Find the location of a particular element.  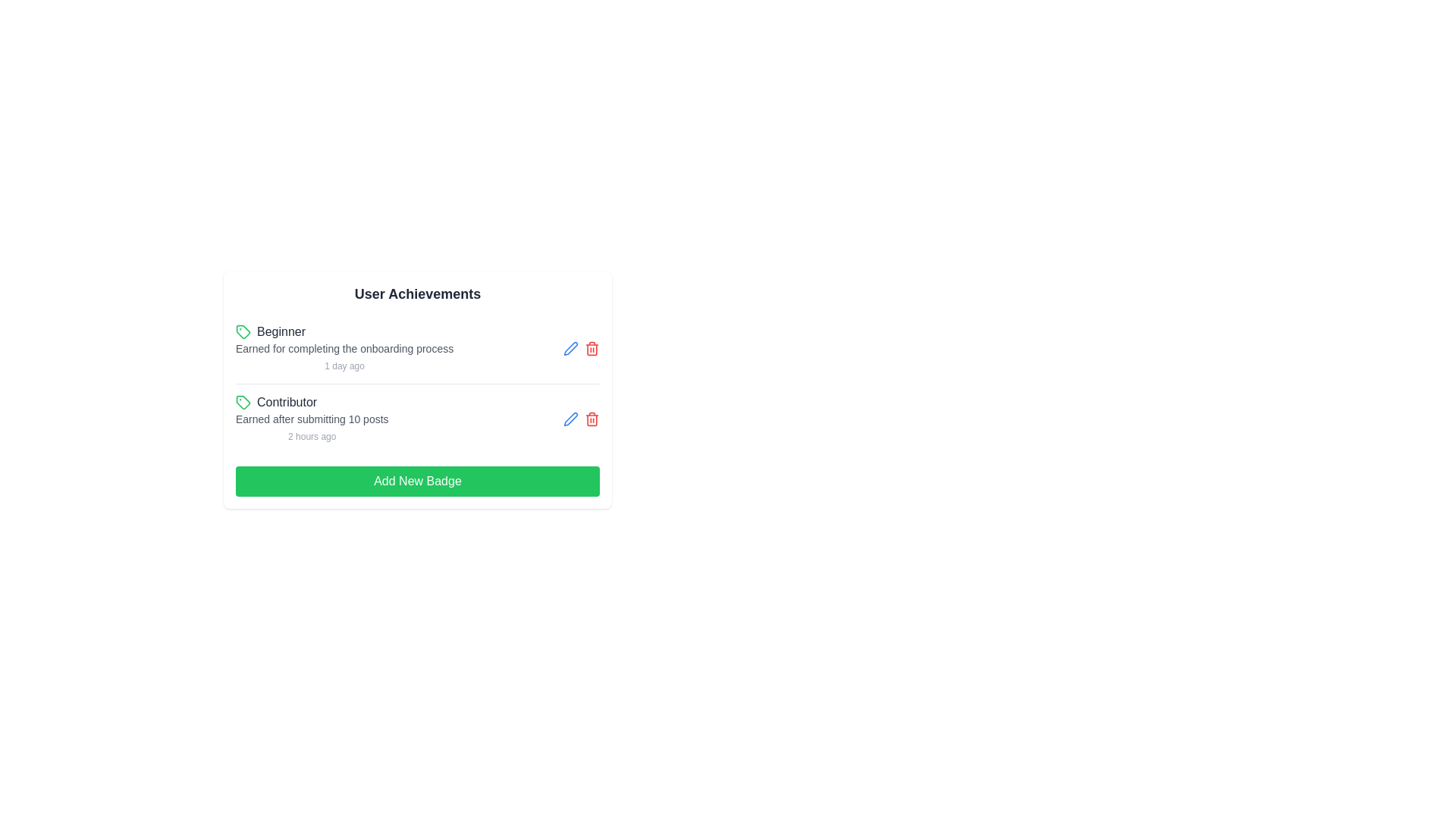

the blue outlined pen/pencil icon located next to the 'Contributor' badge in the 'User Achievements' section is located at coordinates (570, 348).